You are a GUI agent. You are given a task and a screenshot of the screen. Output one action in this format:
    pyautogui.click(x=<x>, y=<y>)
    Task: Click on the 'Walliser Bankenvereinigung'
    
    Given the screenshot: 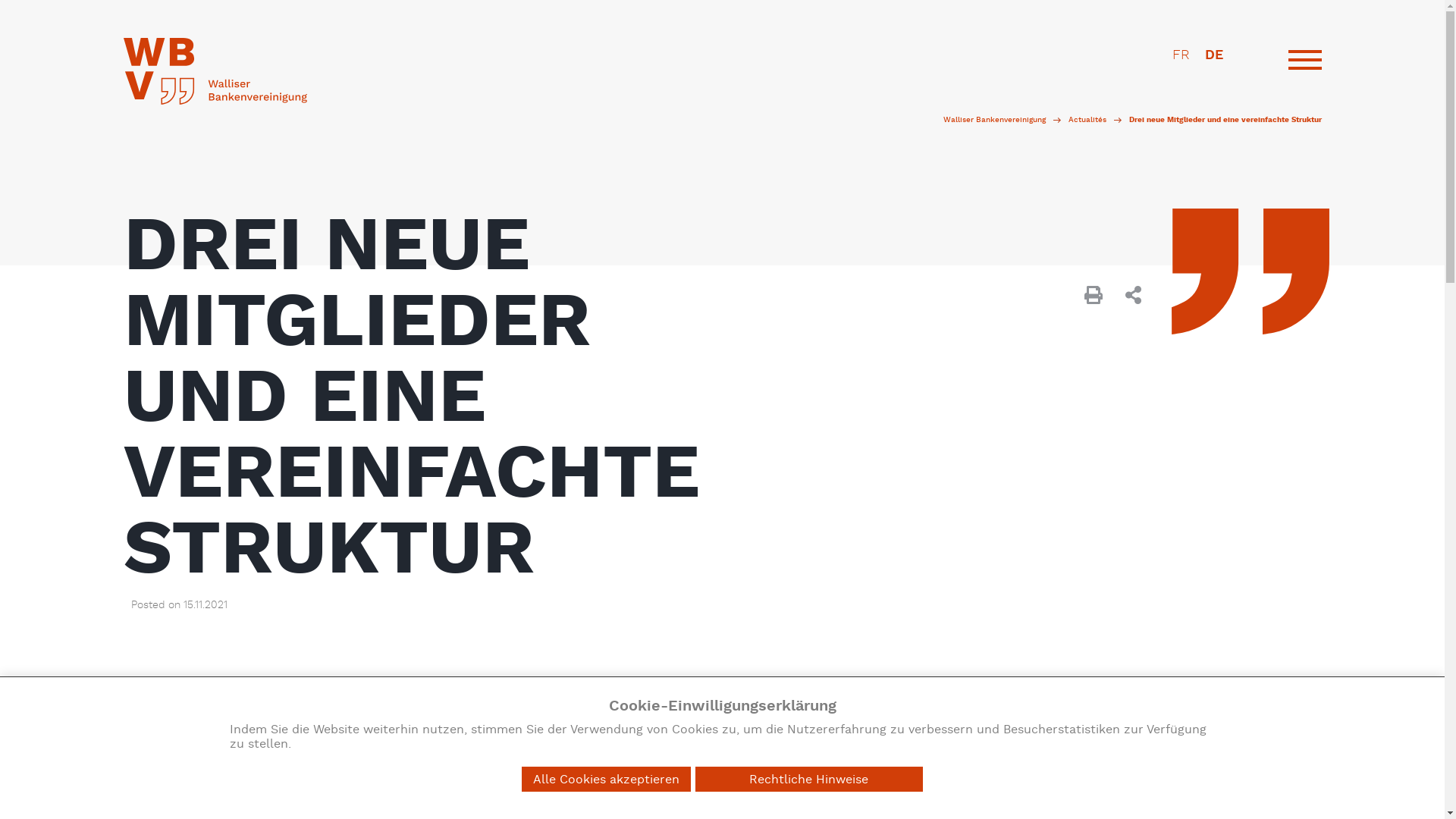 What is the action you would take?
    pyautogui.click(x=994, y=119)
    